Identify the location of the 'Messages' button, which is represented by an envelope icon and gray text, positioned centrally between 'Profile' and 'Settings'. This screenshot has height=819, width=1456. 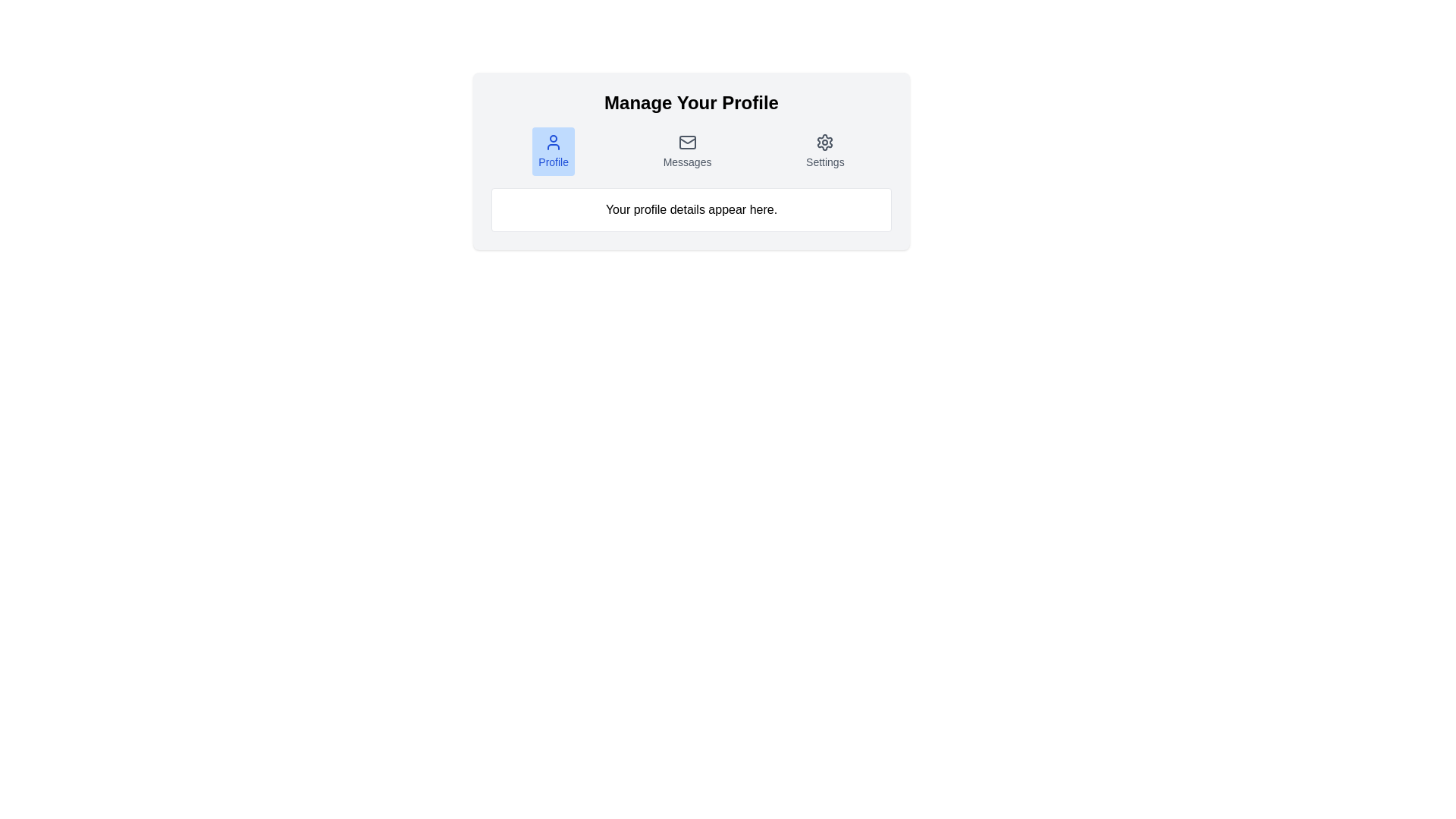
(686, 152).